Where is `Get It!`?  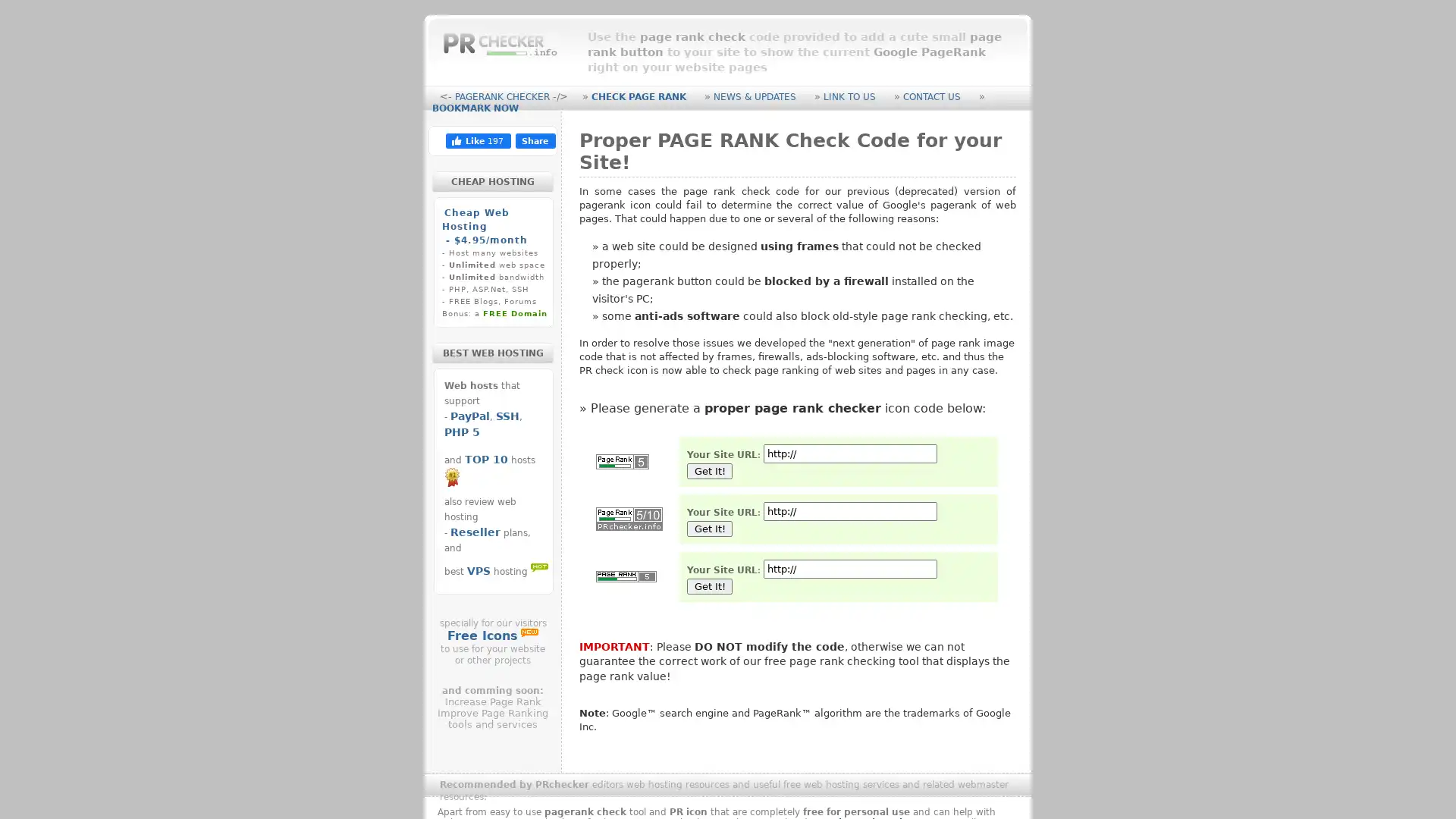
Get It! is located at coordinates (709, 585).